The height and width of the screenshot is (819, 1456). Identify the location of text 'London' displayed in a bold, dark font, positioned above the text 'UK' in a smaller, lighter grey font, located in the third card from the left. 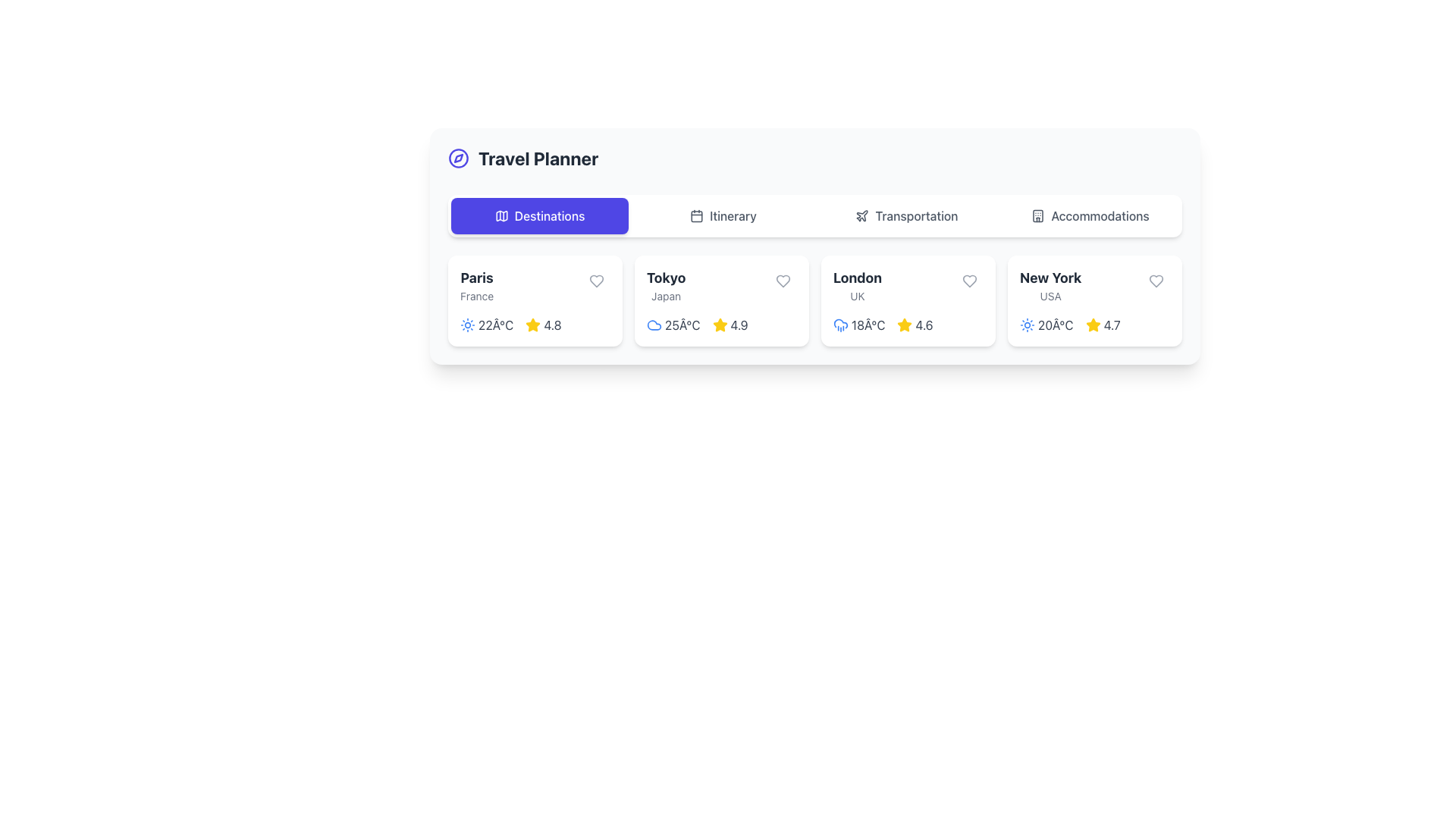
(858, 286).